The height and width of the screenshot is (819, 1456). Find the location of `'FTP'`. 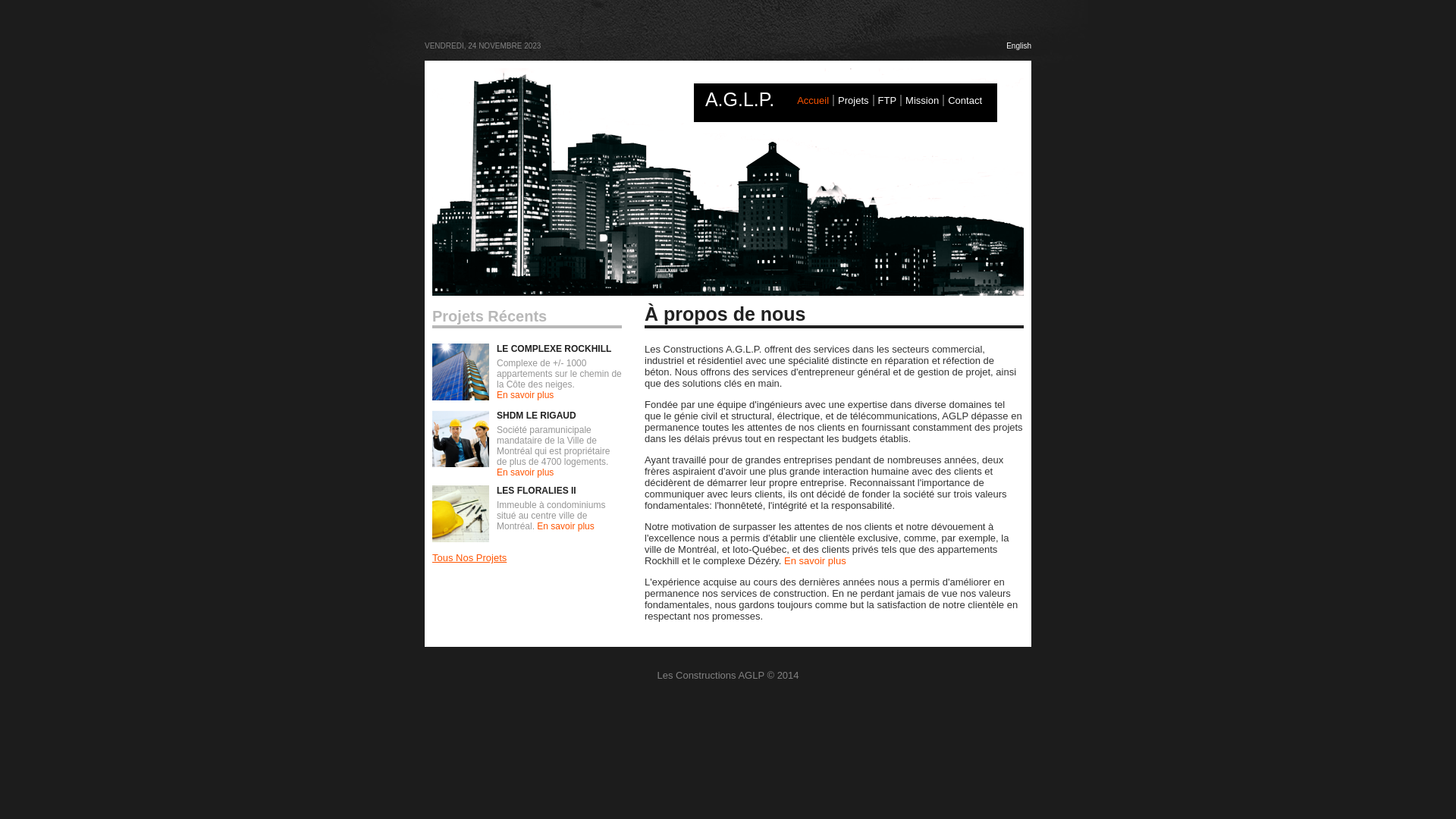

'FTP' is located at coordinates (887, 100).